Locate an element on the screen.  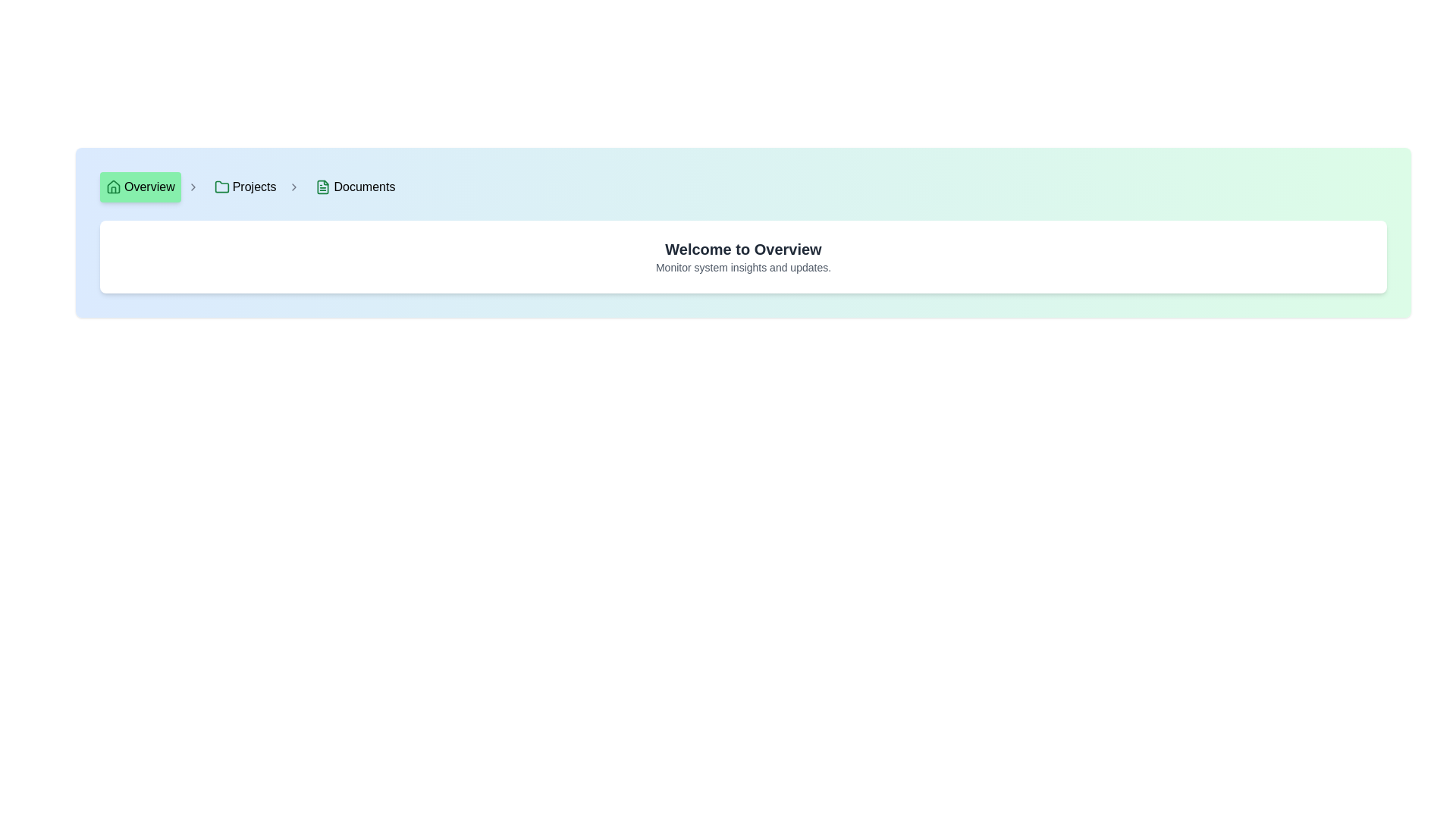
heading text 'Welcome to Overview' which is prominently displayed at the top of the content section is located at coordinates (743, 248).